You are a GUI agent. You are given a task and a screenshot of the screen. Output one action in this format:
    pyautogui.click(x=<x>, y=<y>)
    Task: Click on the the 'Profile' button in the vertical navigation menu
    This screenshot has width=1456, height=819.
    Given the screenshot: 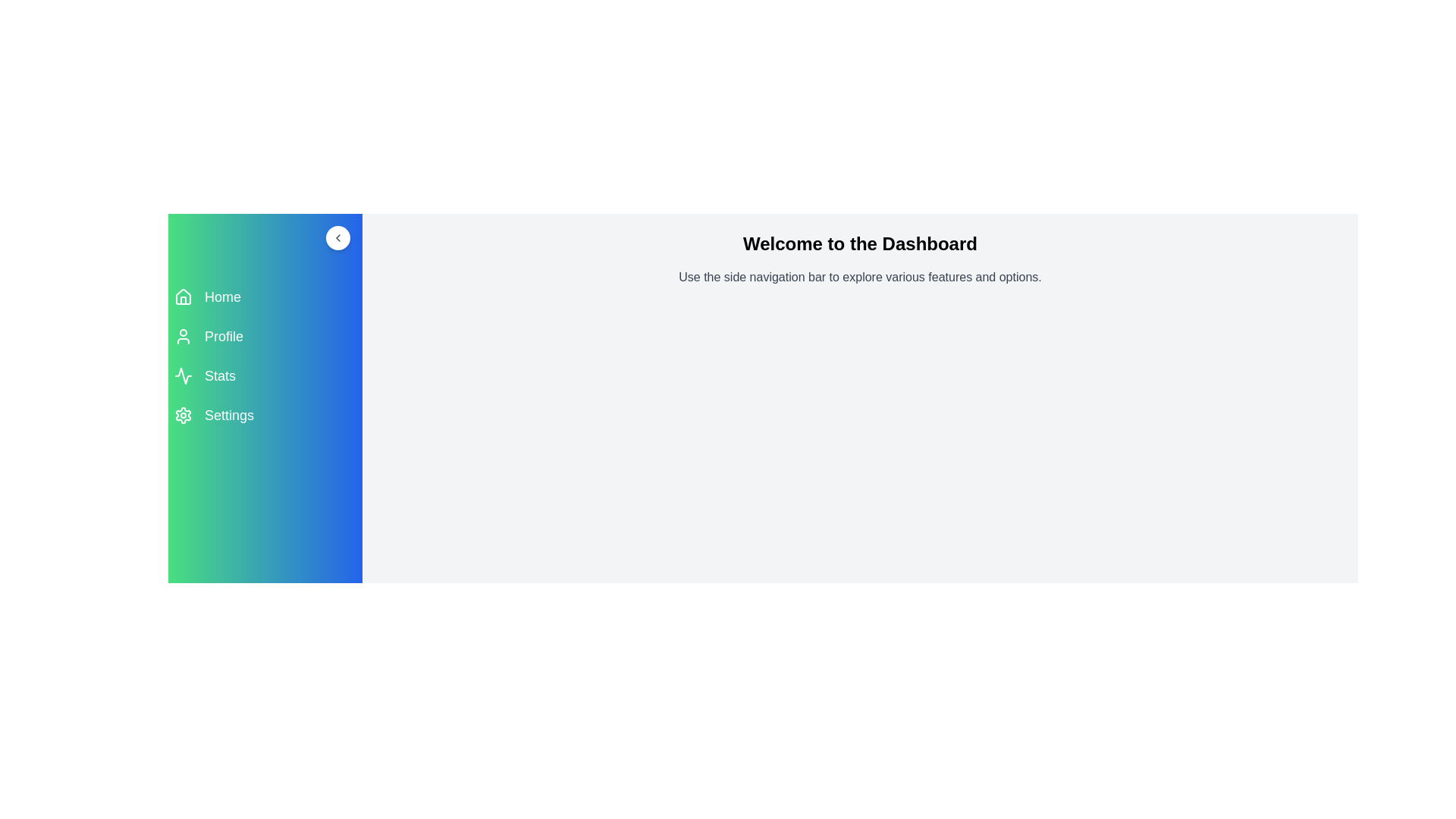 What is the action you would take?
    pyautogui.click(x=265, y=335)
    